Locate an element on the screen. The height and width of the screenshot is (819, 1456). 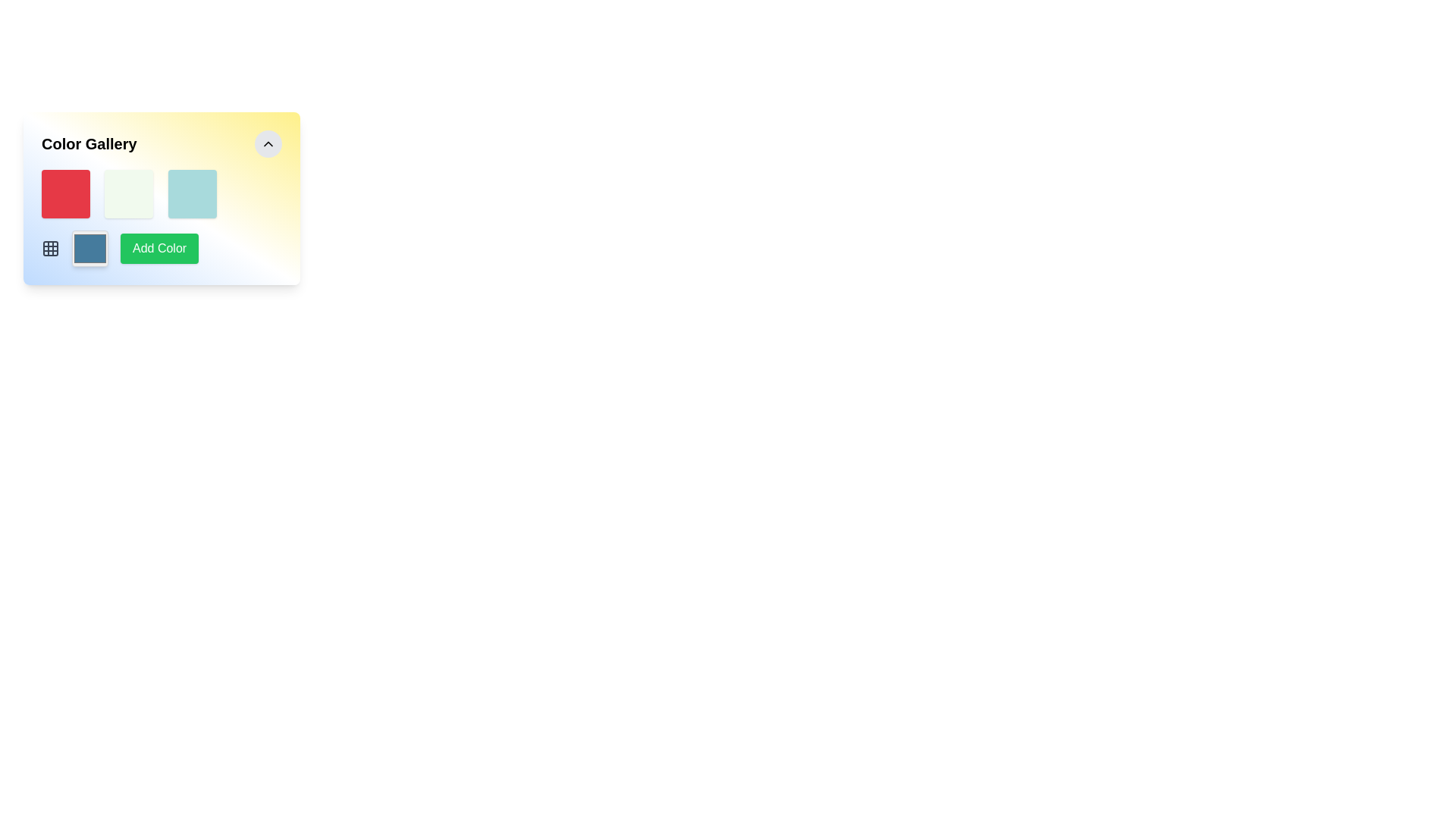
the non-interactive heading Text Label that indicates the section related to 'Color Gallery' is located at coordinates (88, 143).